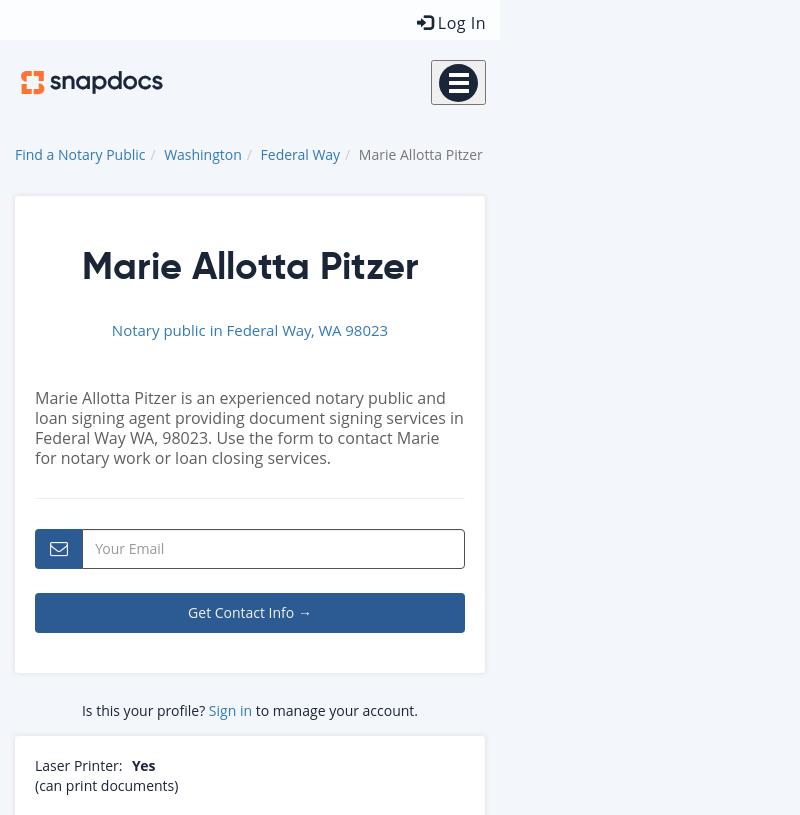 This screenshot has height=815, width=800. I want to click on 'to manage your account.', so click(334, 709).